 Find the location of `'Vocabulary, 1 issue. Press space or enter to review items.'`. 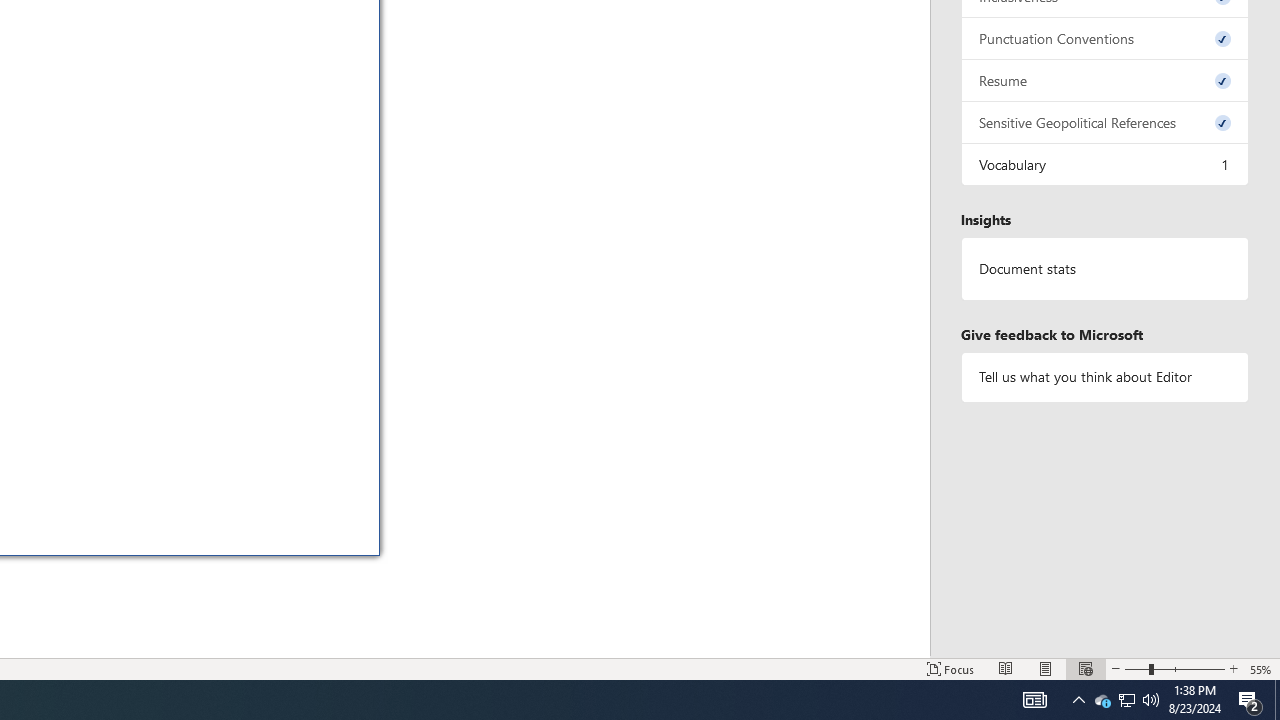

'Vocabulary, 1 issue. Press space or enter to review items.' is located at coordinates (1104, 163).